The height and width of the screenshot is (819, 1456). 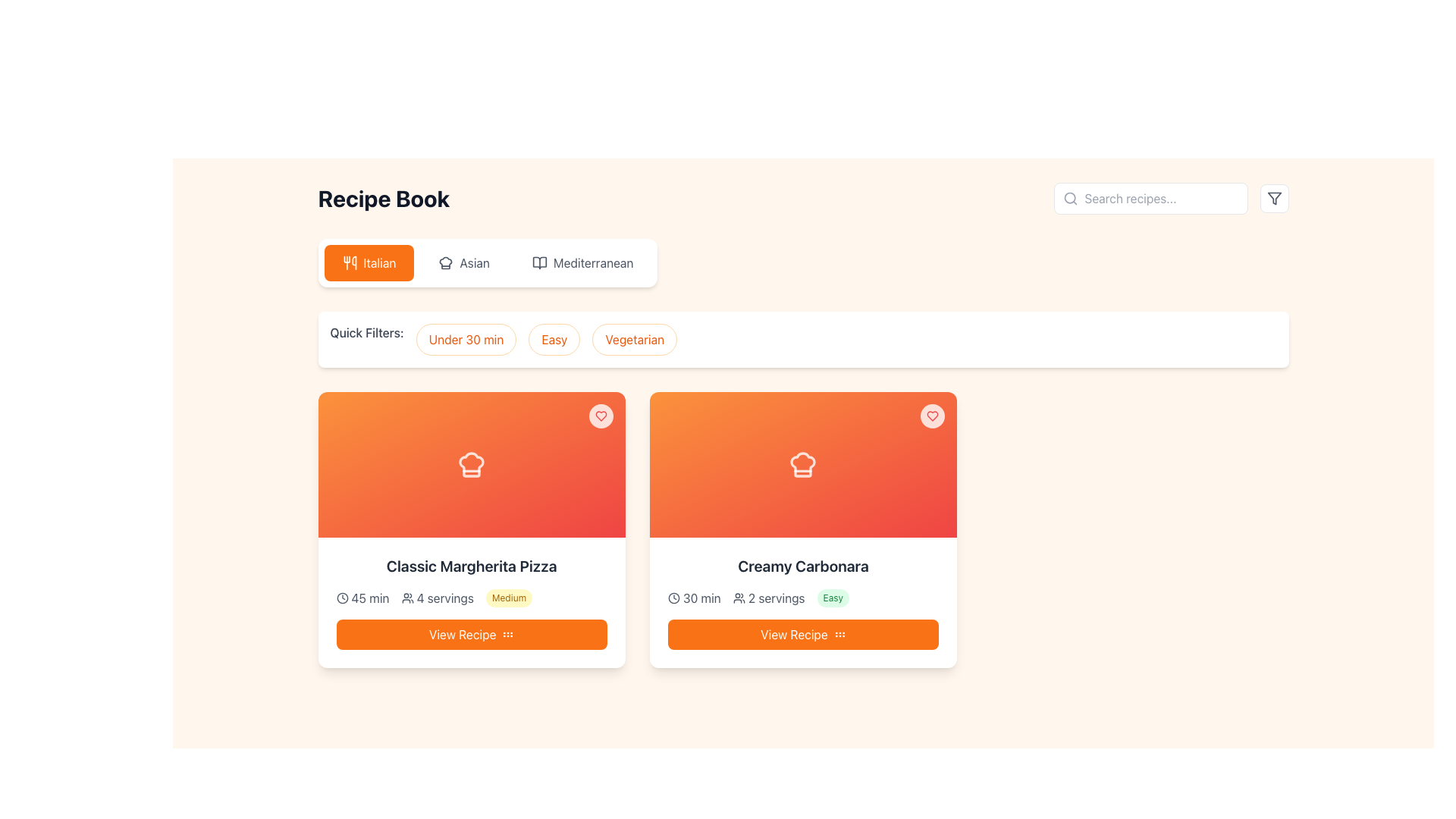 What do you see at coordinates (932, 416) in the screenshot?
I see `the circular button with a white background and a red heart icon located in the top-right corner of the 'Creamy Carbonara' recipe card` at bounding box center [932, 416].